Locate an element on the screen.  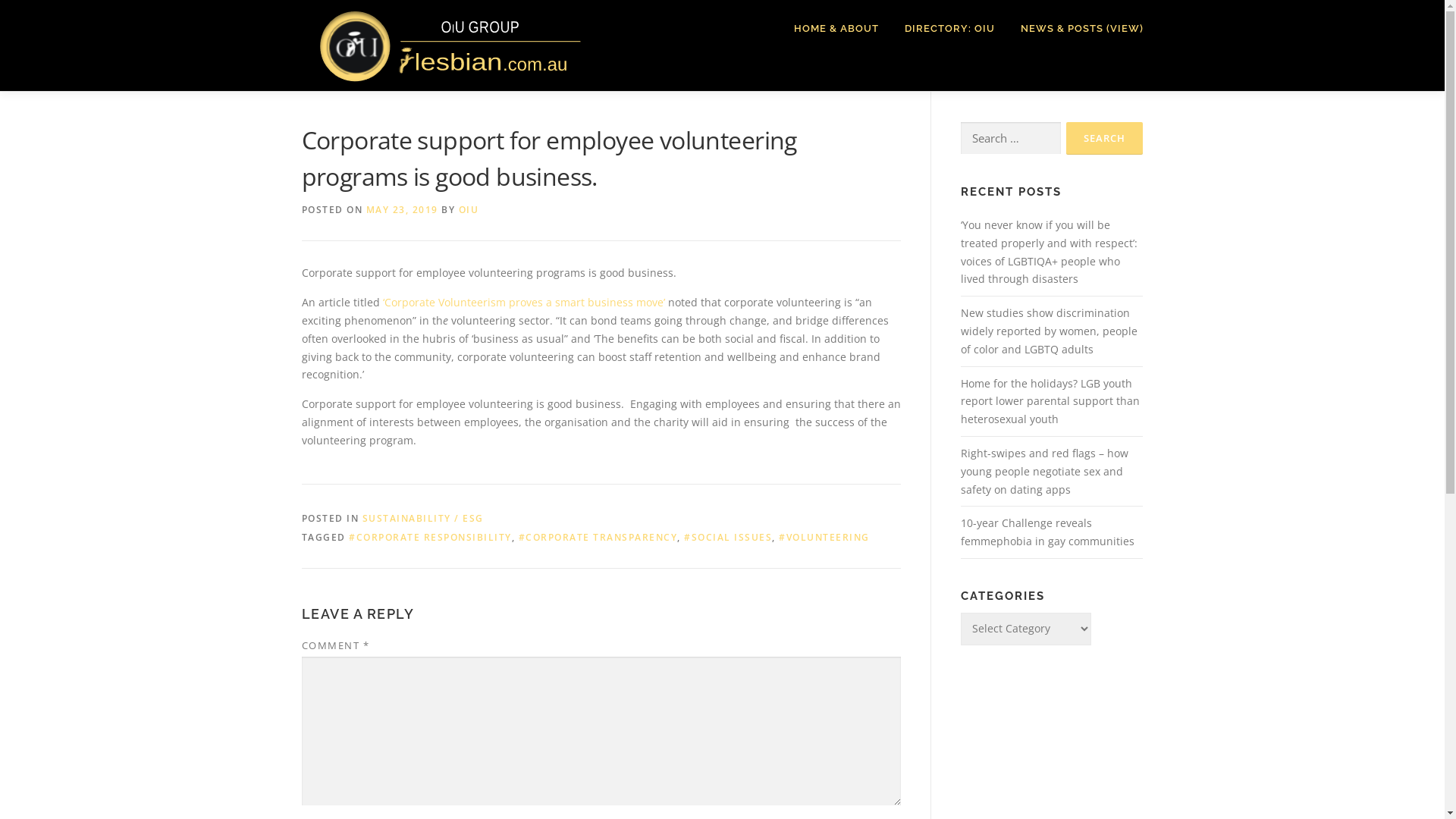
'#SOCIAL ISSUES' is located at coordinates (728, 536).